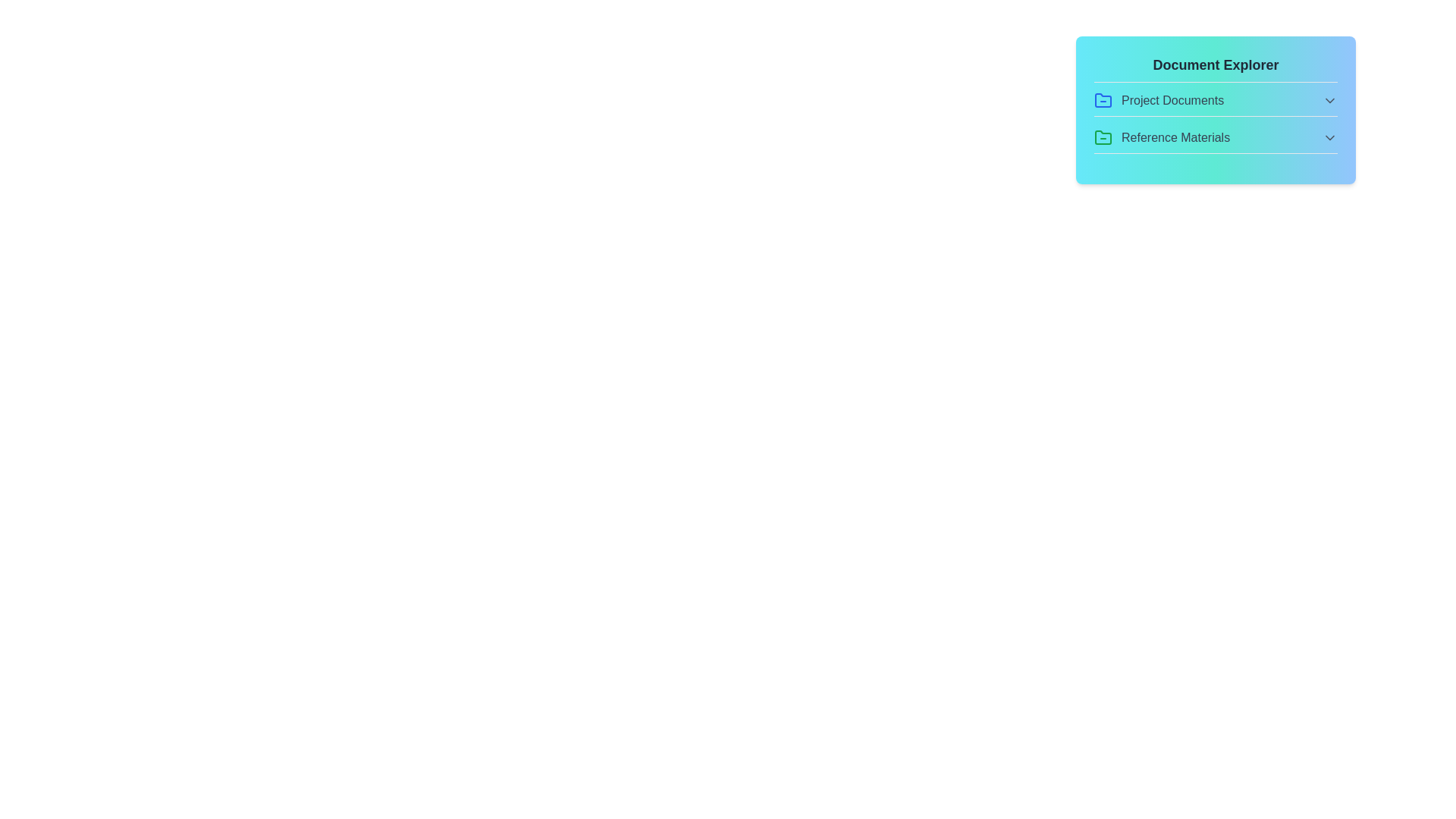  I want to click on the file Timeline.docx from the section Project Documents, so click(1216, 103).